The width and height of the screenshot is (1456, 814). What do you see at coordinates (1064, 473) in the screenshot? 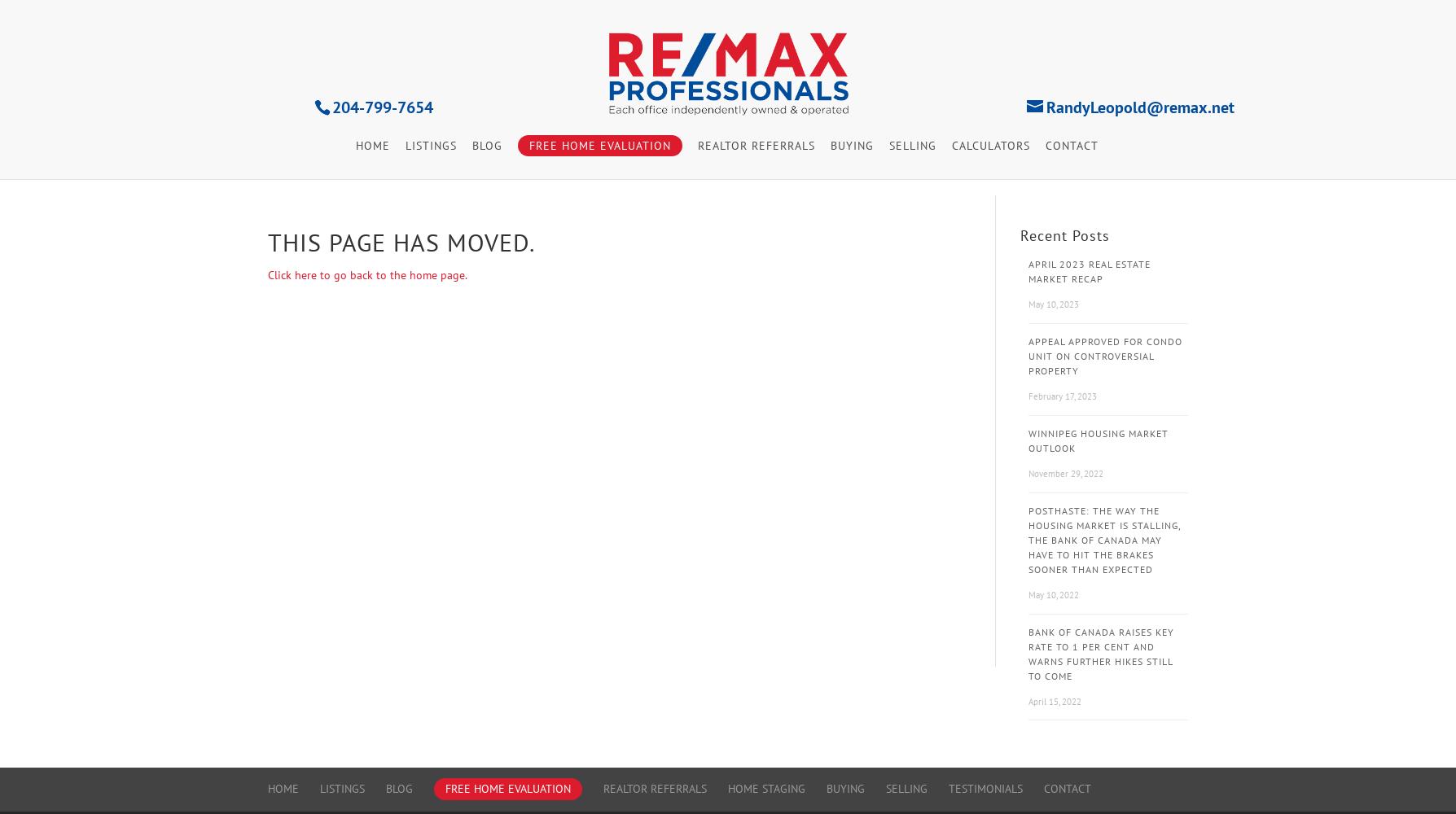
I see `'November 29, 2022'` at bounding box center [1064, 473].